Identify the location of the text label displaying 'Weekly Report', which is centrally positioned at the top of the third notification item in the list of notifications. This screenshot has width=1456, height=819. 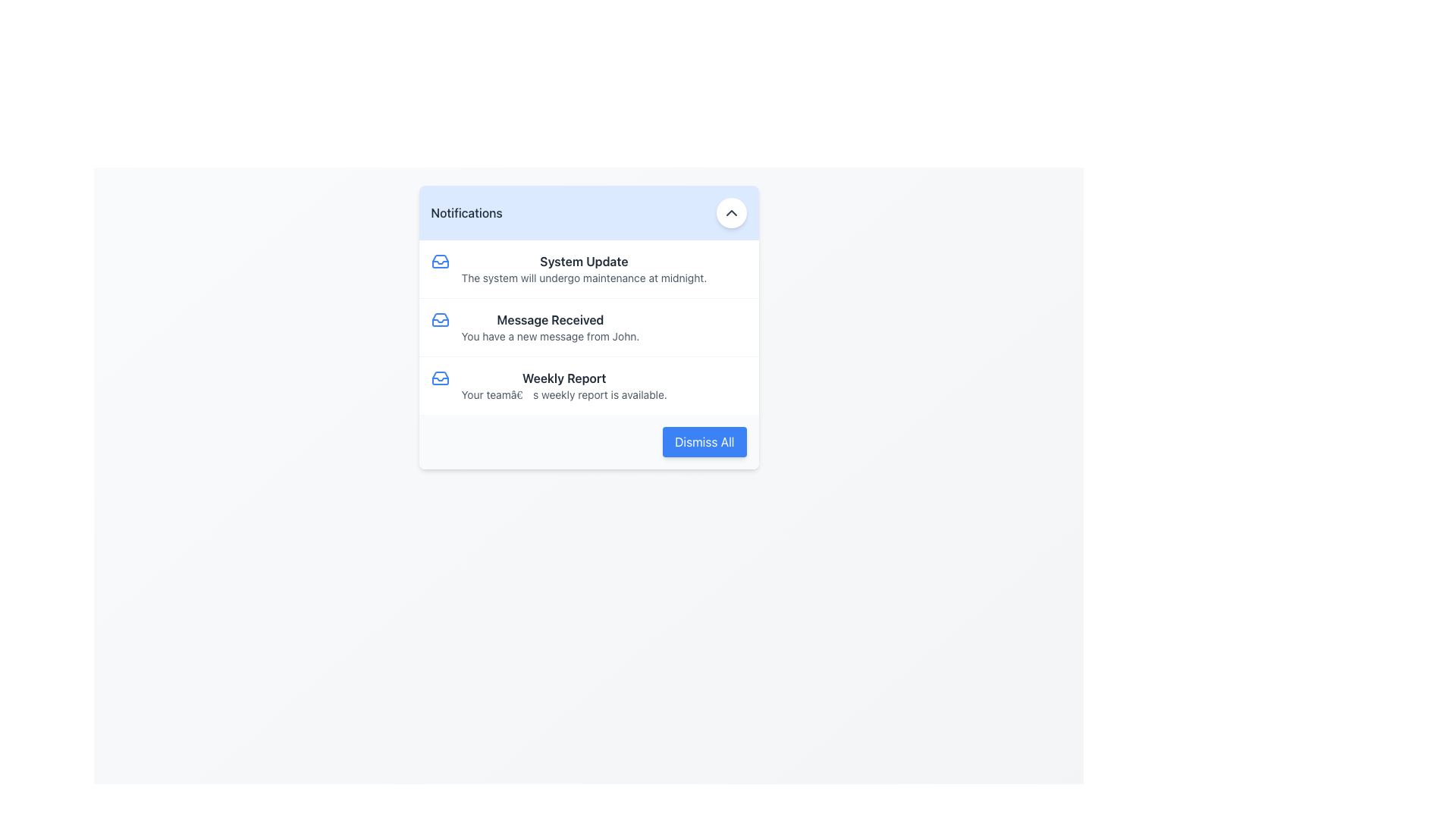
(563, 377).